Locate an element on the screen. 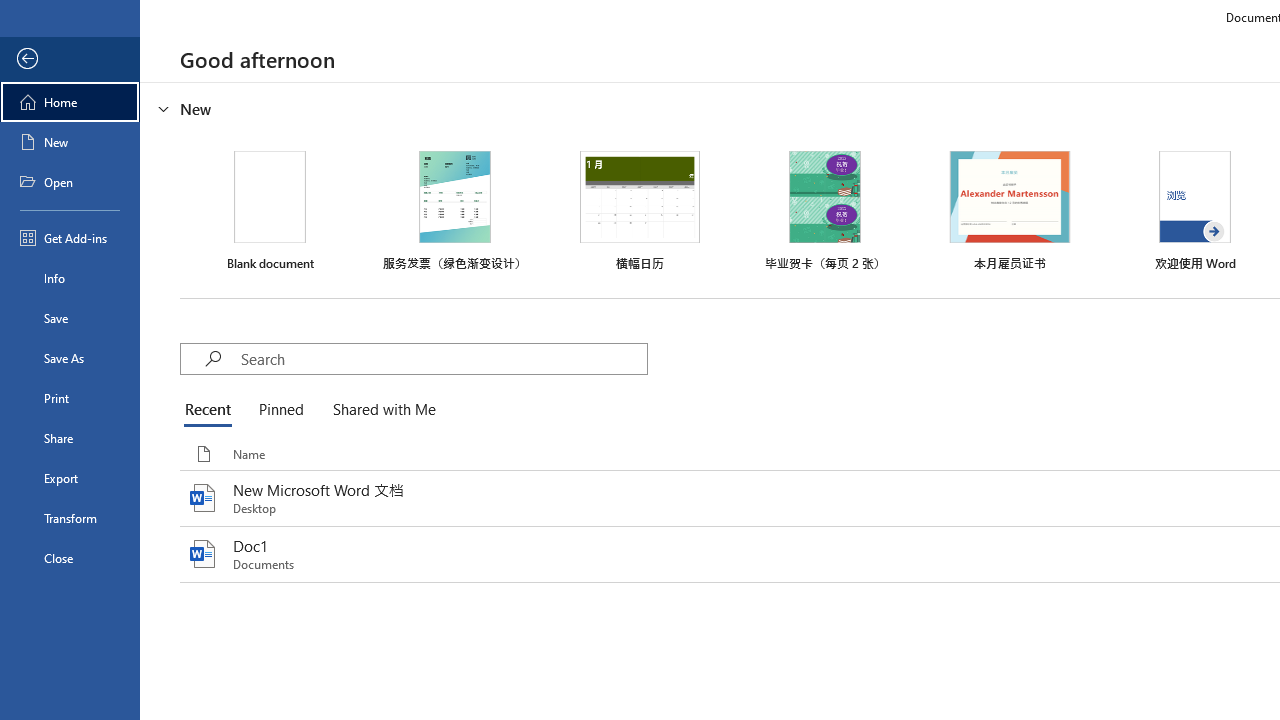 The height and width of the screenshot is (720, 1280). 'Hide or show region' is located at coordinates (164, 109).